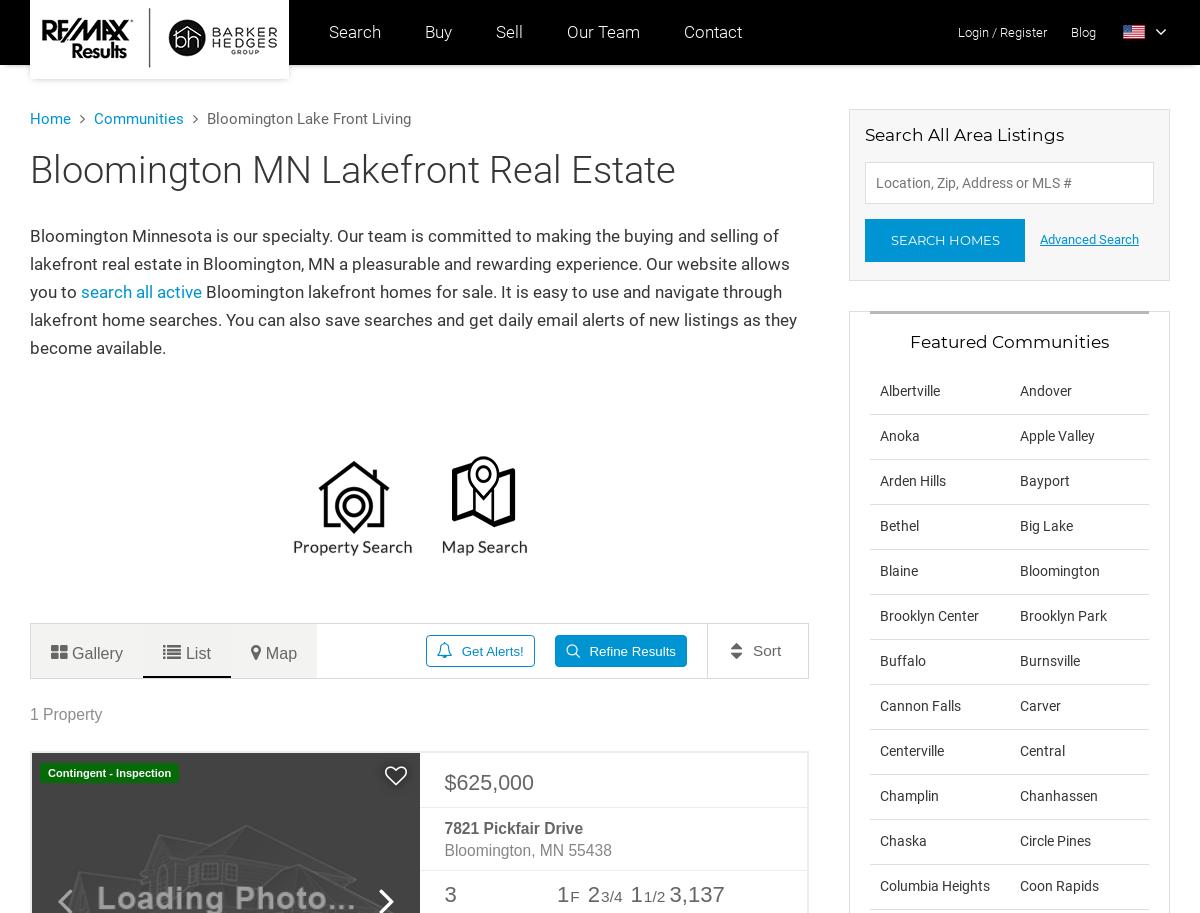  I want to click on 'Bayport', so click(1019, 479).